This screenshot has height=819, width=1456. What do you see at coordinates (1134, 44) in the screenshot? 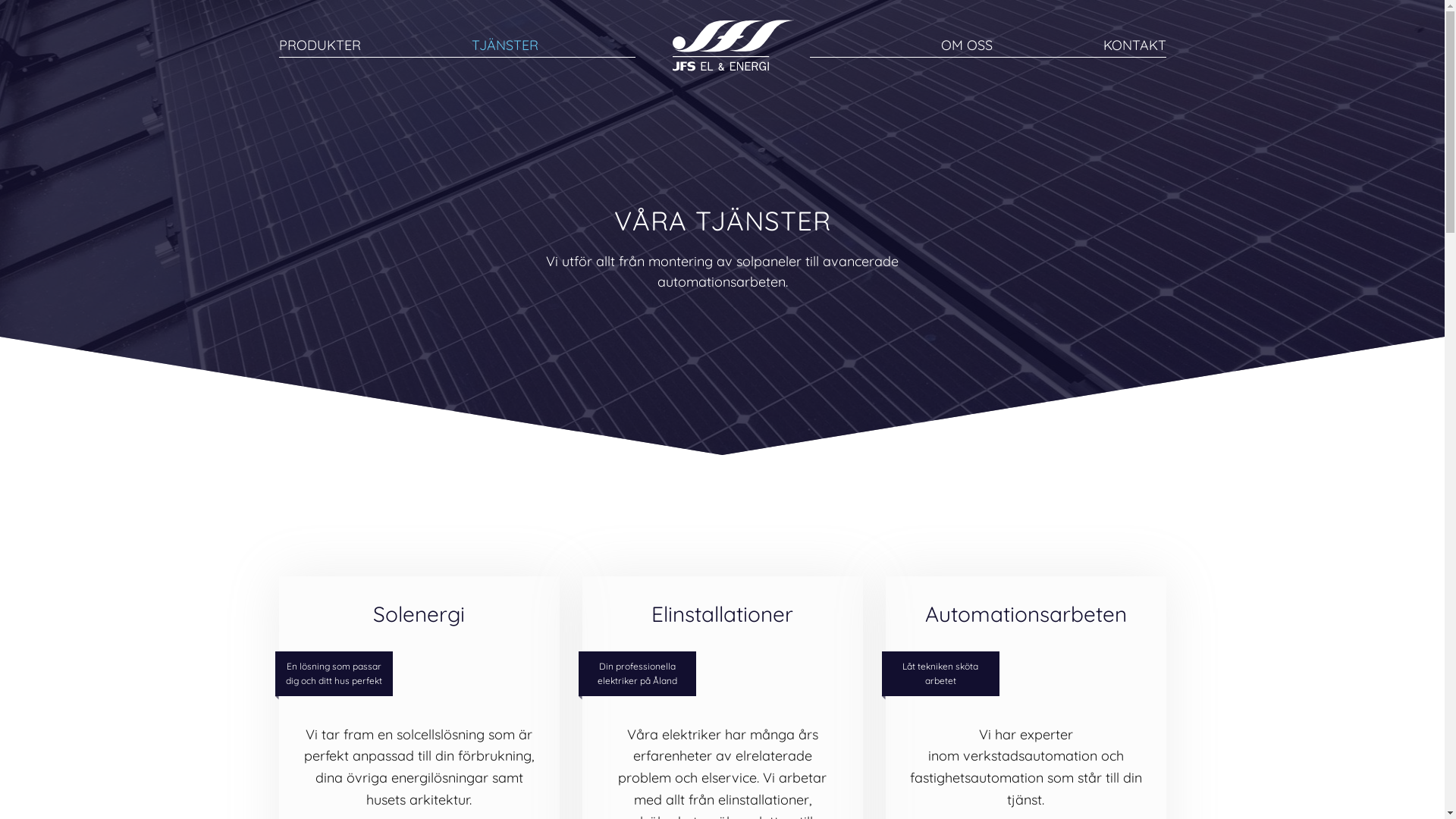
I see `'KONTAKT'` at bounding box center [1134, 44].